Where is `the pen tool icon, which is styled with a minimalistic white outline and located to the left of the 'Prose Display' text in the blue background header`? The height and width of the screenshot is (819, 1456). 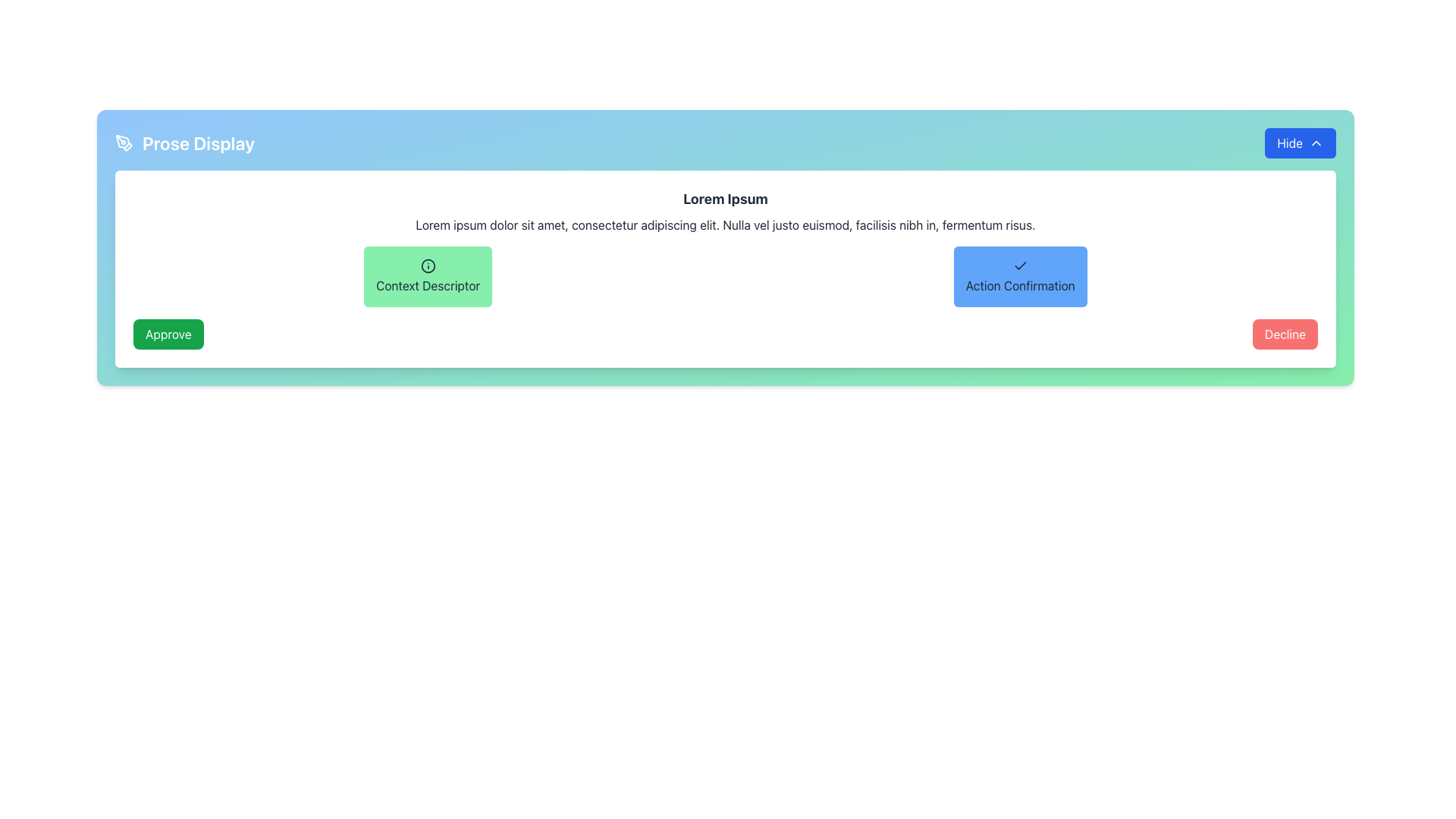
the pen tool icon, which is styled with a minimalistic white outline and located to the left of the 'Prose Display' text in the blue background header is located at coordinates (124, 143).